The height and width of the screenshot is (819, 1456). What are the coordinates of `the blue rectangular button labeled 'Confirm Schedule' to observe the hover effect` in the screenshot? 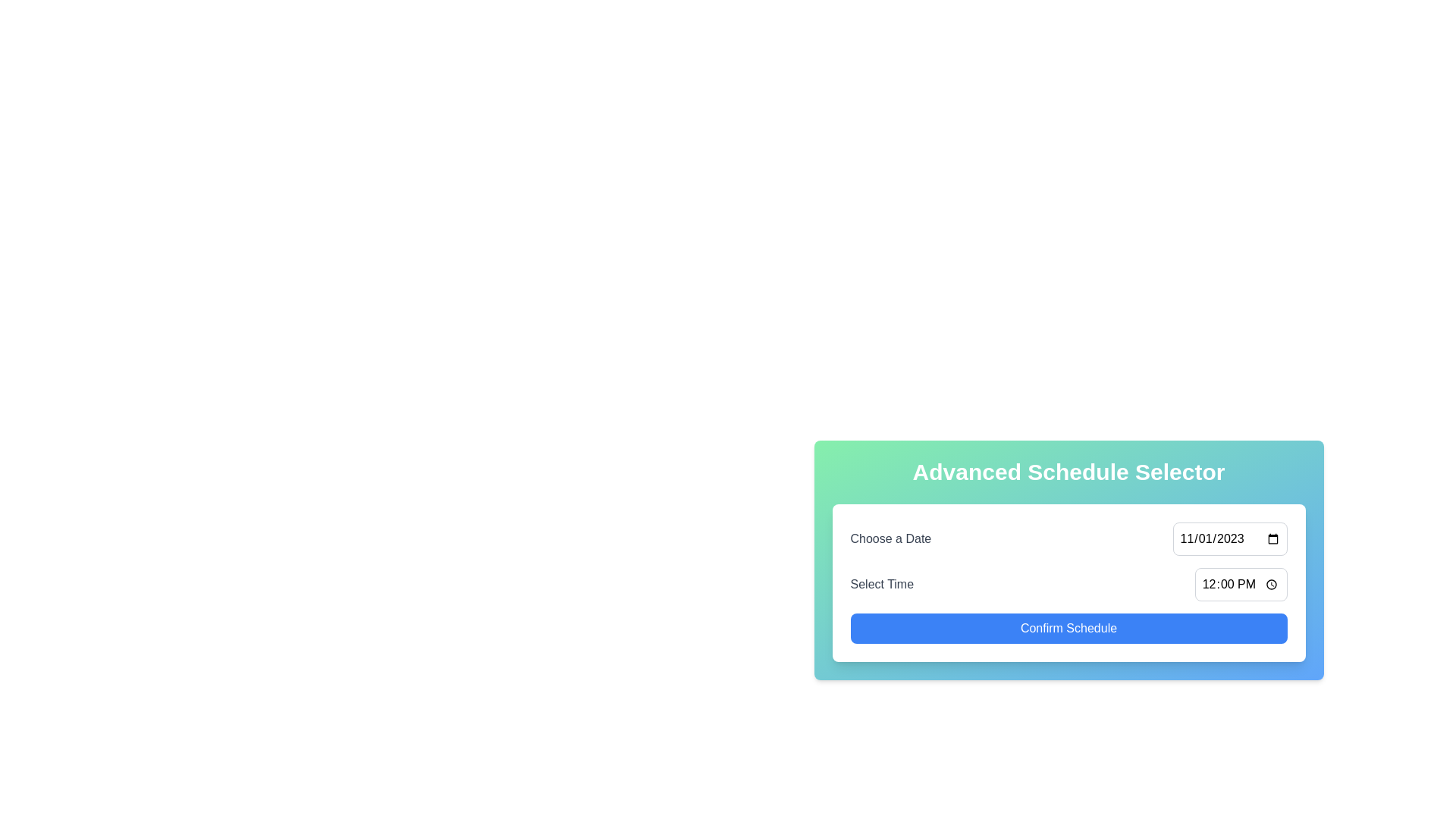 It's located at (1068, 629).